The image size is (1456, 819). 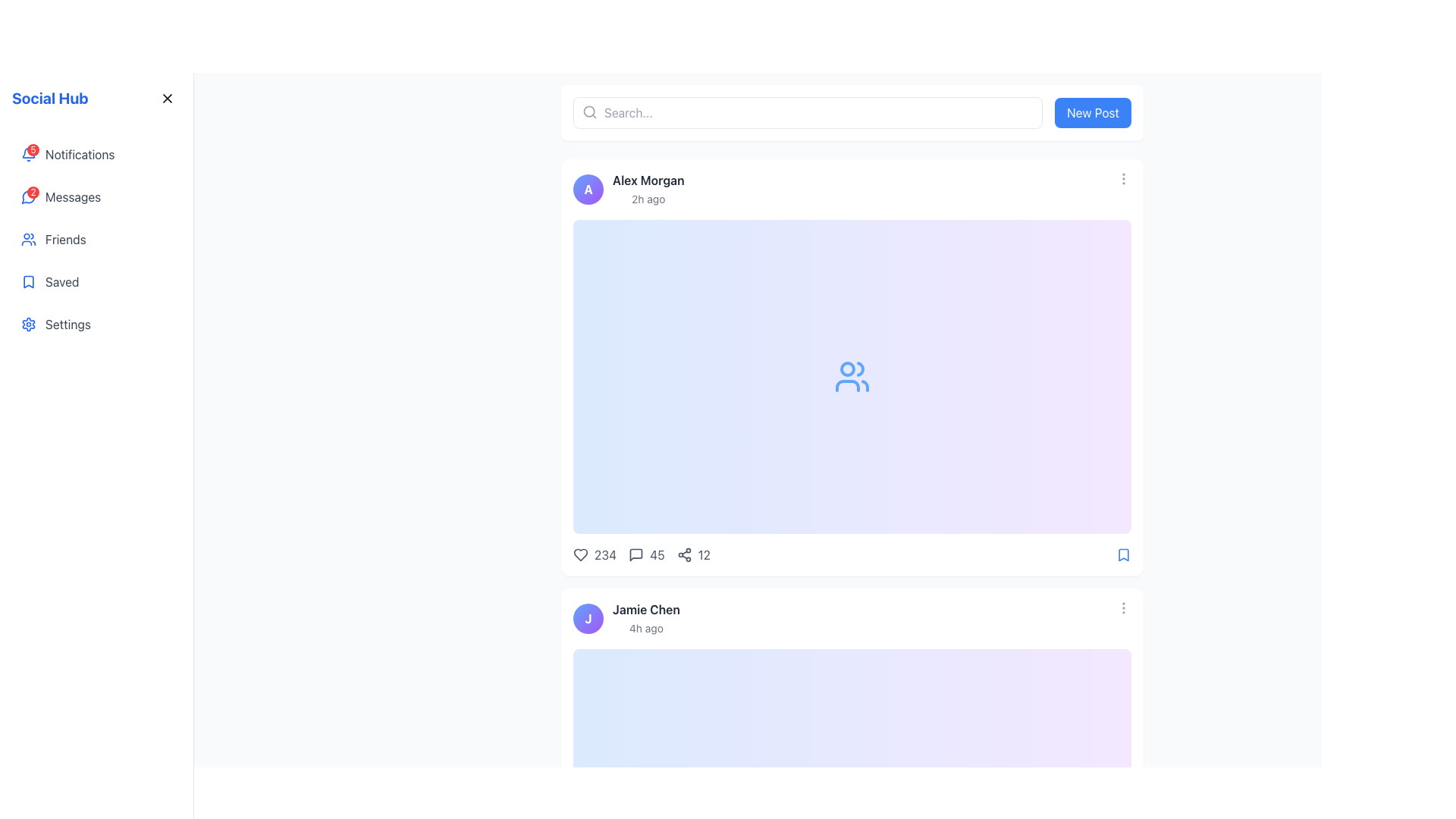 I want to click on the speech bubble icon in the navigation menu, which is styled in blue and positioned below the 'Notifications' icon and above the 'Friends' icon, so click(x=28, y=196).